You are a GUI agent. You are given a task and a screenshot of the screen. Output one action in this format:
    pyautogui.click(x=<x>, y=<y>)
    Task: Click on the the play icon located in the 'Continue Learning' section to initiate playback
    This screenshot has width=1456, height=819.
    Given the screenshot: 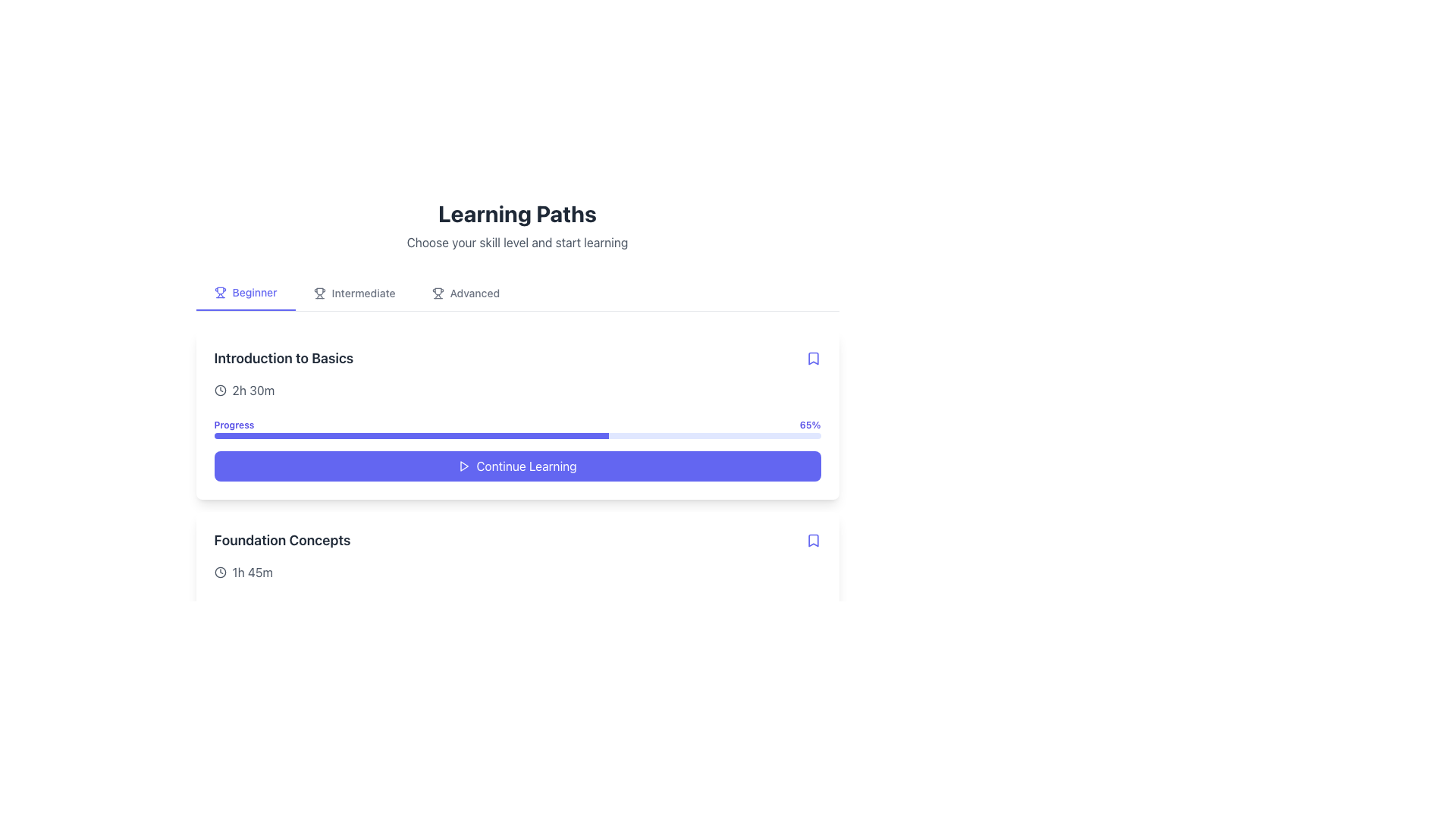 What is the action you would take?
    pyautogui.click(x=464, y=465)
    